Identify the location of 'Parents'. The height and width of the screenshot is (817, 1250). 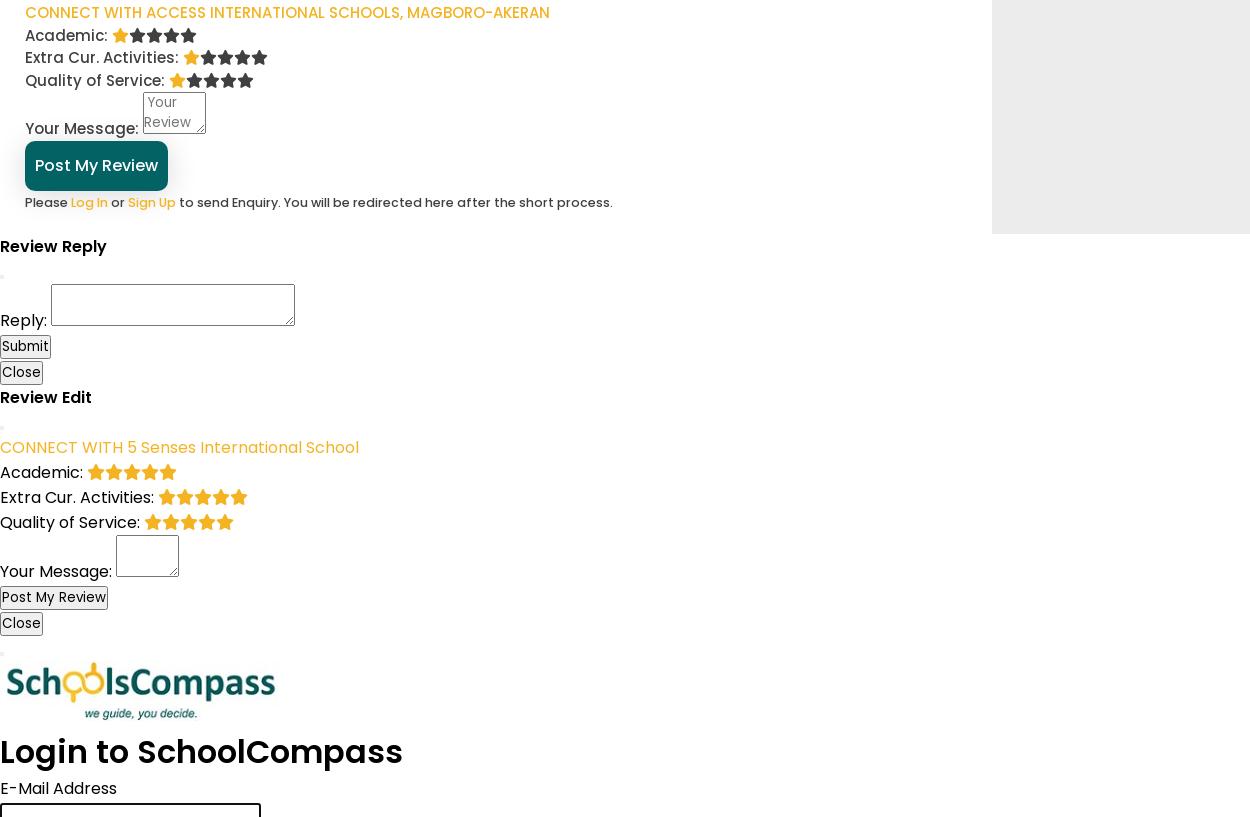
(150, 68).